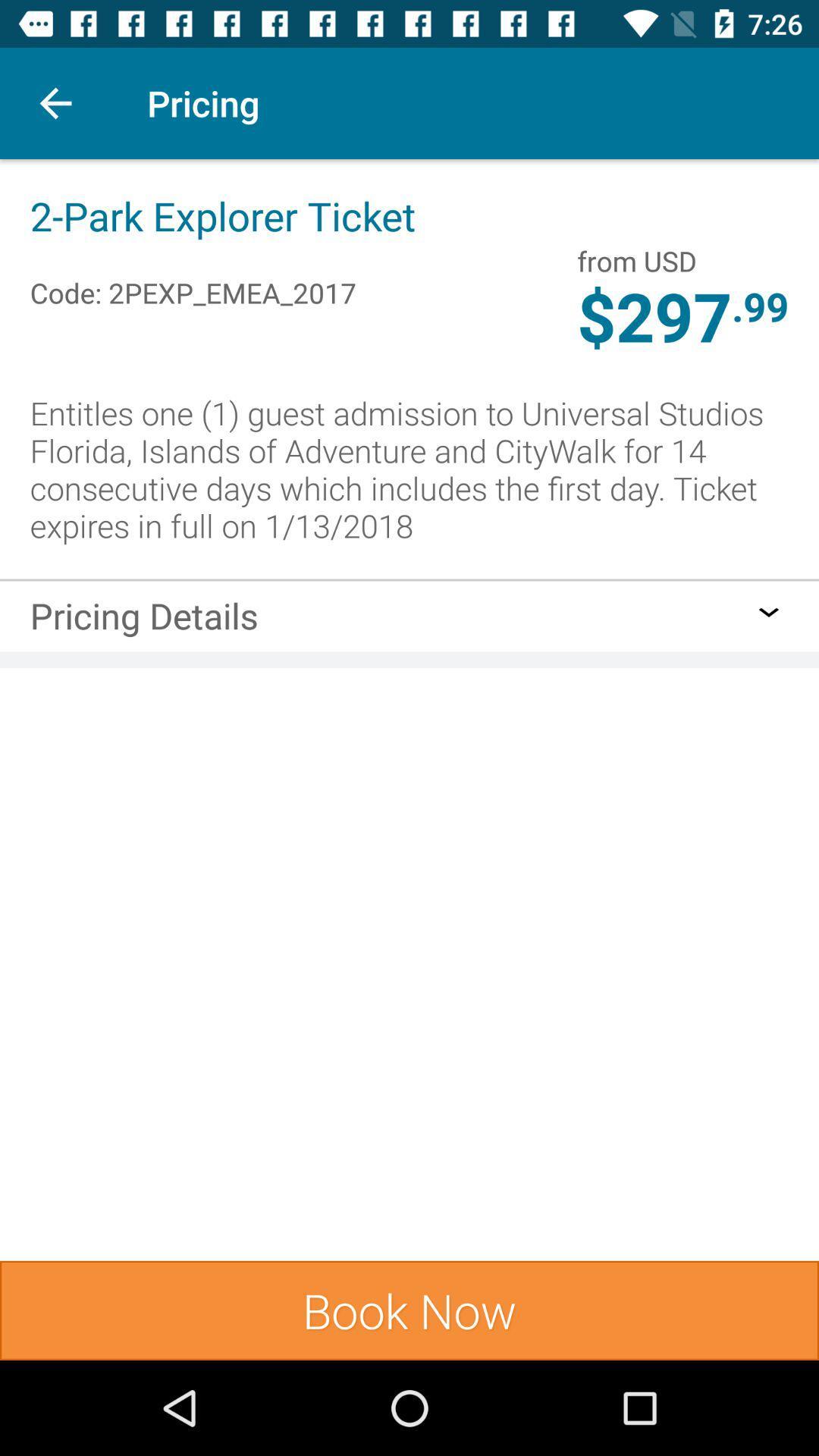  What do you see at coordinates (769, 612) in the screenshot?
I see `icon above the book now item` at bounding box center [769, 612].